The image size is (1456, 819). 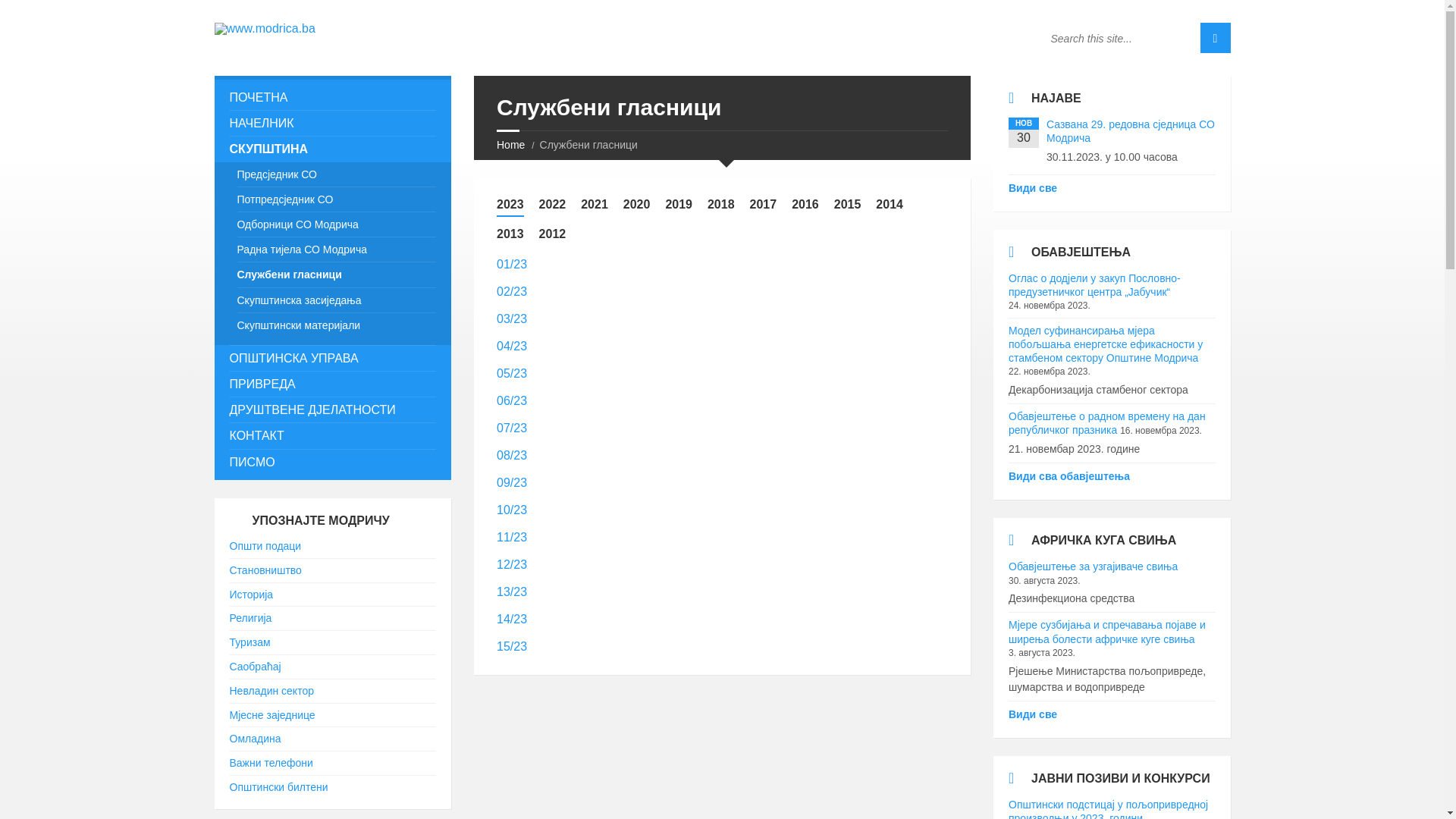 What do you see at coordinates (512, 291) in the screenshot?
I see `'02/23'` at bounding box center [512, 291].